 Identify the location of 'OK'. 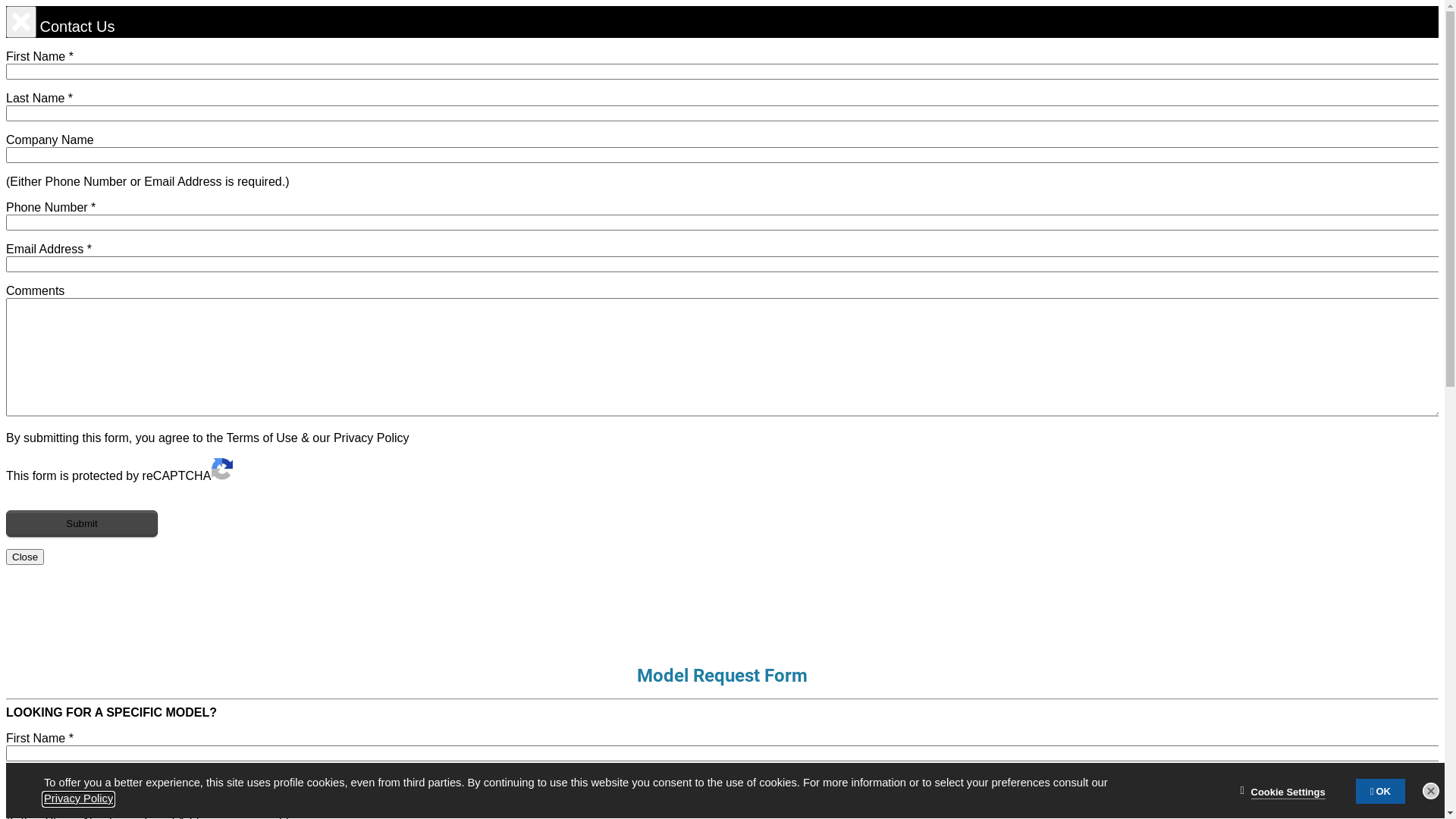
(1380, 790).